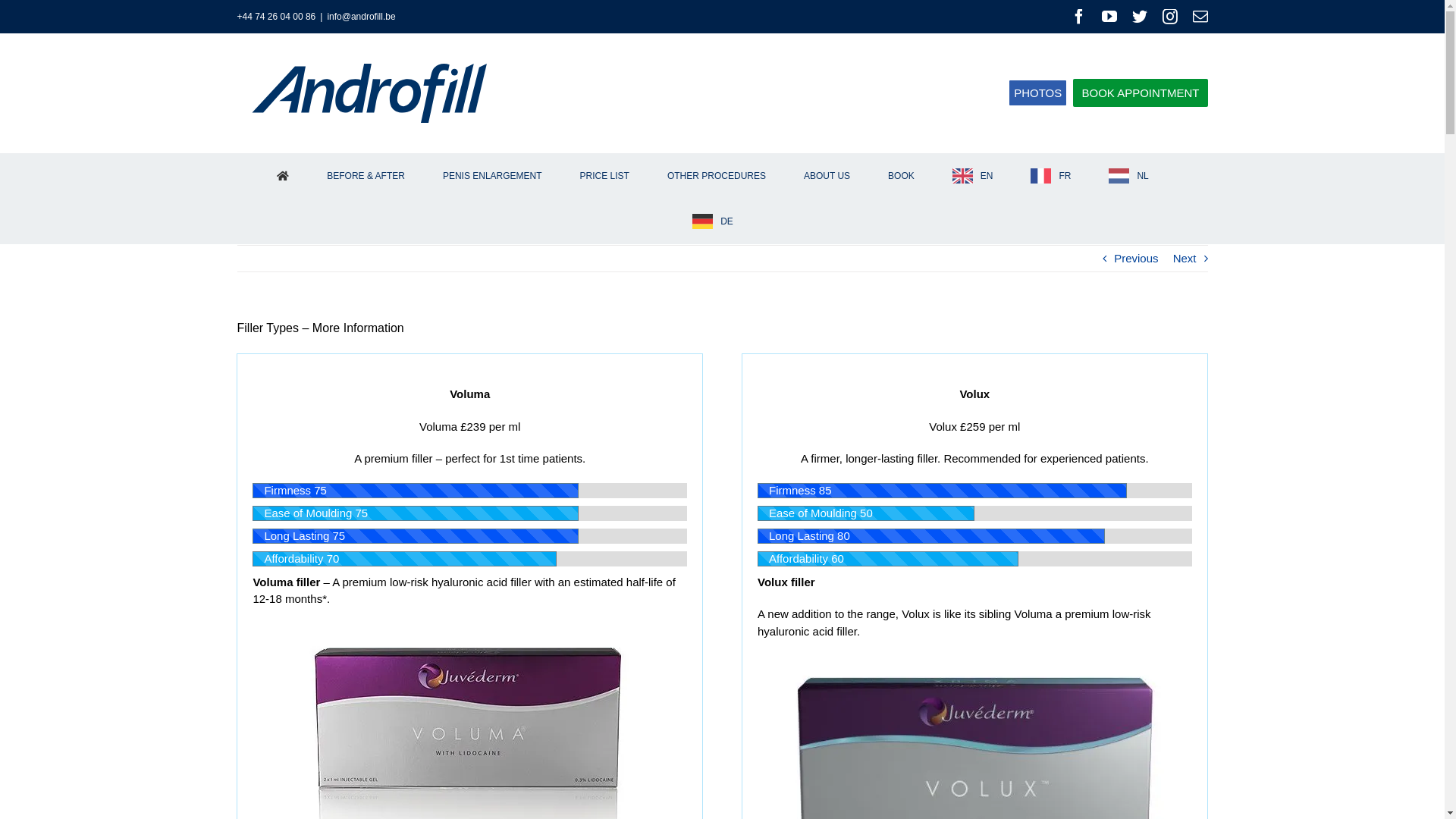 The width and height of the screenshot is (1456, 819). Describe the element at coordinates (1099, 174) in the screenshot. I see `'NL'` at that location.